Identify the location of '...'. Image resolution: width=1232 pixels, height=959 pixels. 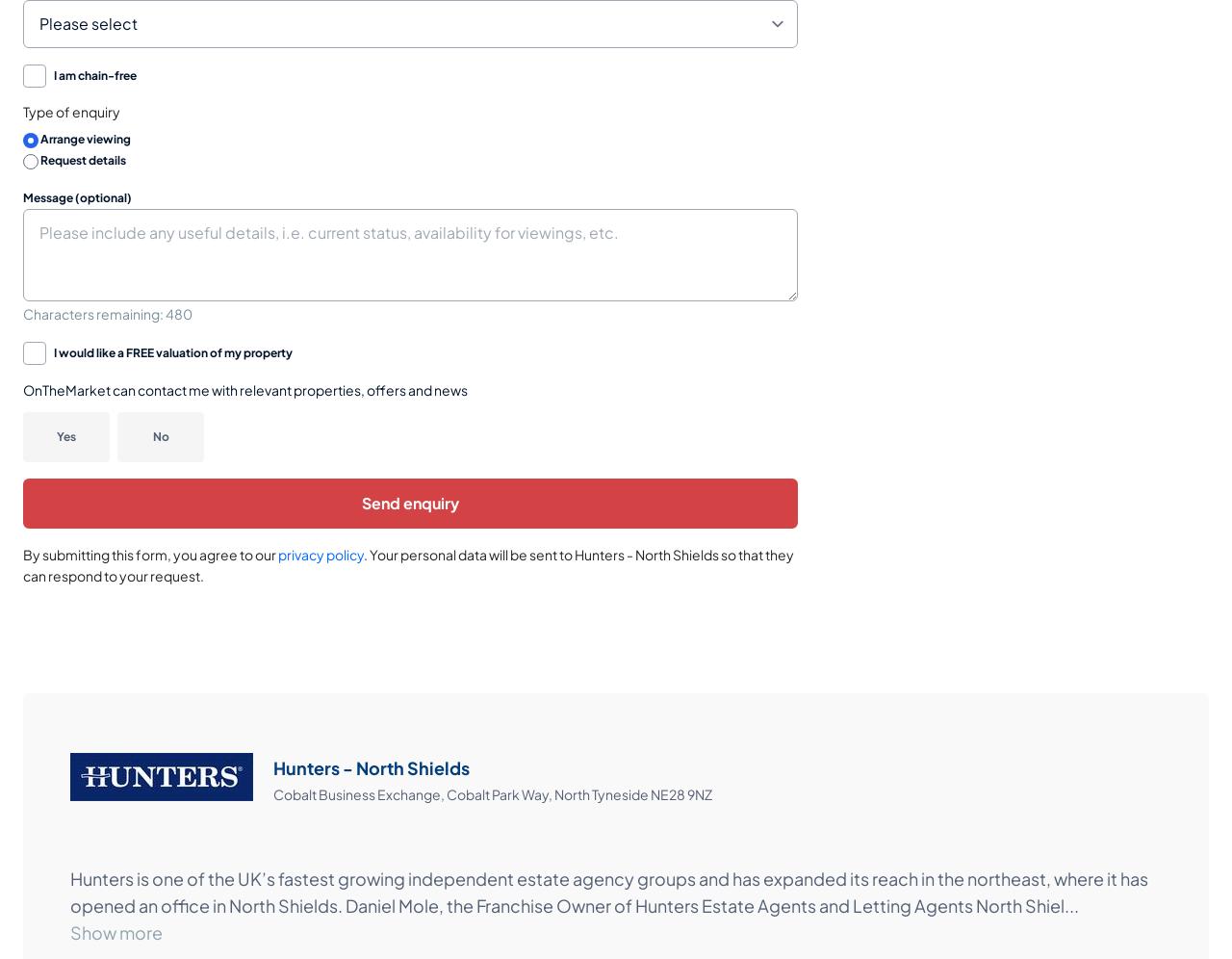
(1064, 905).